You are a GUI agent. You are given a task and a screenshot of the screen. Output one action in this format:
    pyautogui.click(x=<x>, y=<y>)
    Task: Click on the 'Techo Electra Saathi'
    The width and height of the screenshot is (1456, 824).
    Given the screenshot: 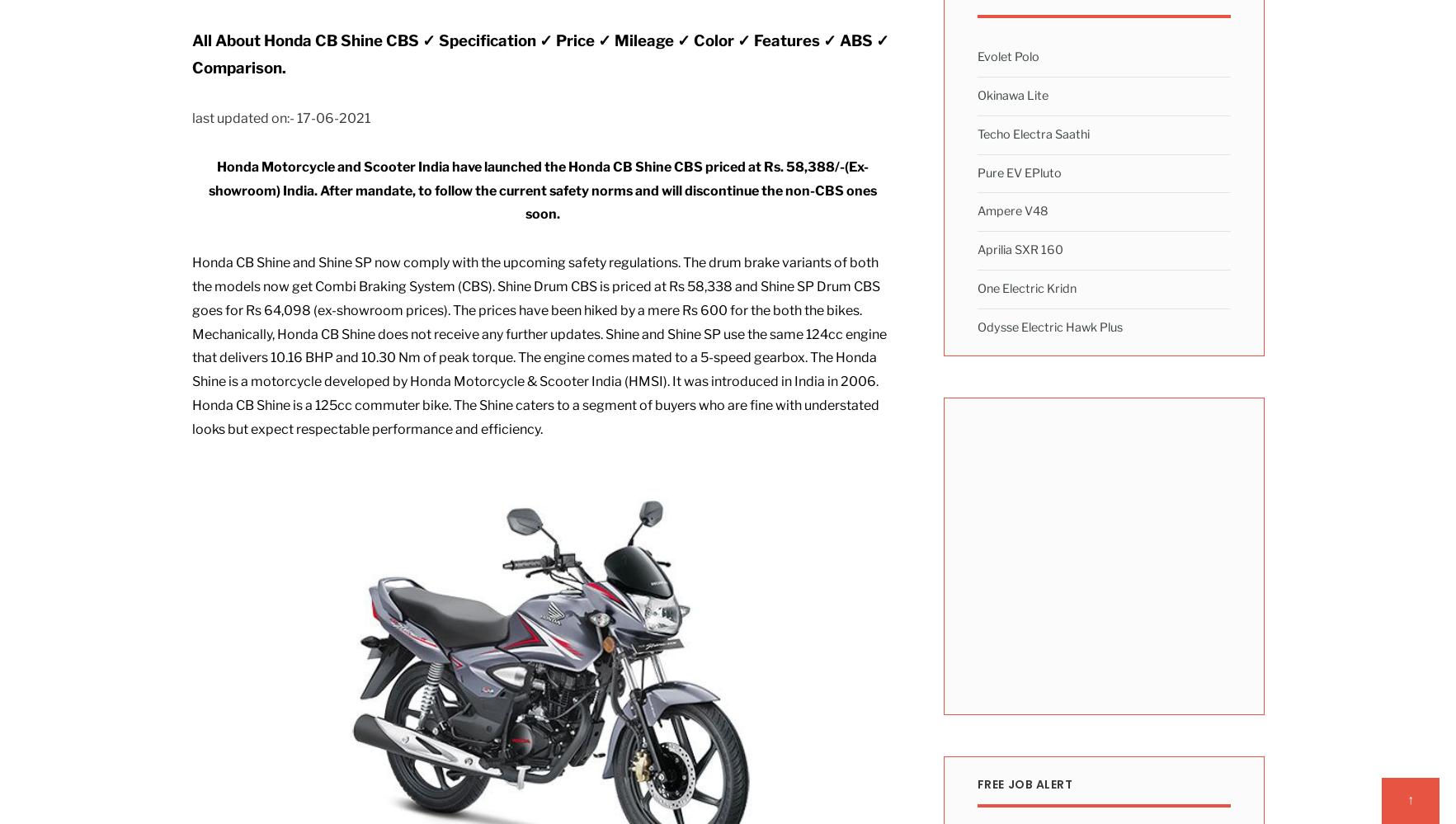 What is the action you would take?
    pyautogui.click(x=1032, y=134)
    